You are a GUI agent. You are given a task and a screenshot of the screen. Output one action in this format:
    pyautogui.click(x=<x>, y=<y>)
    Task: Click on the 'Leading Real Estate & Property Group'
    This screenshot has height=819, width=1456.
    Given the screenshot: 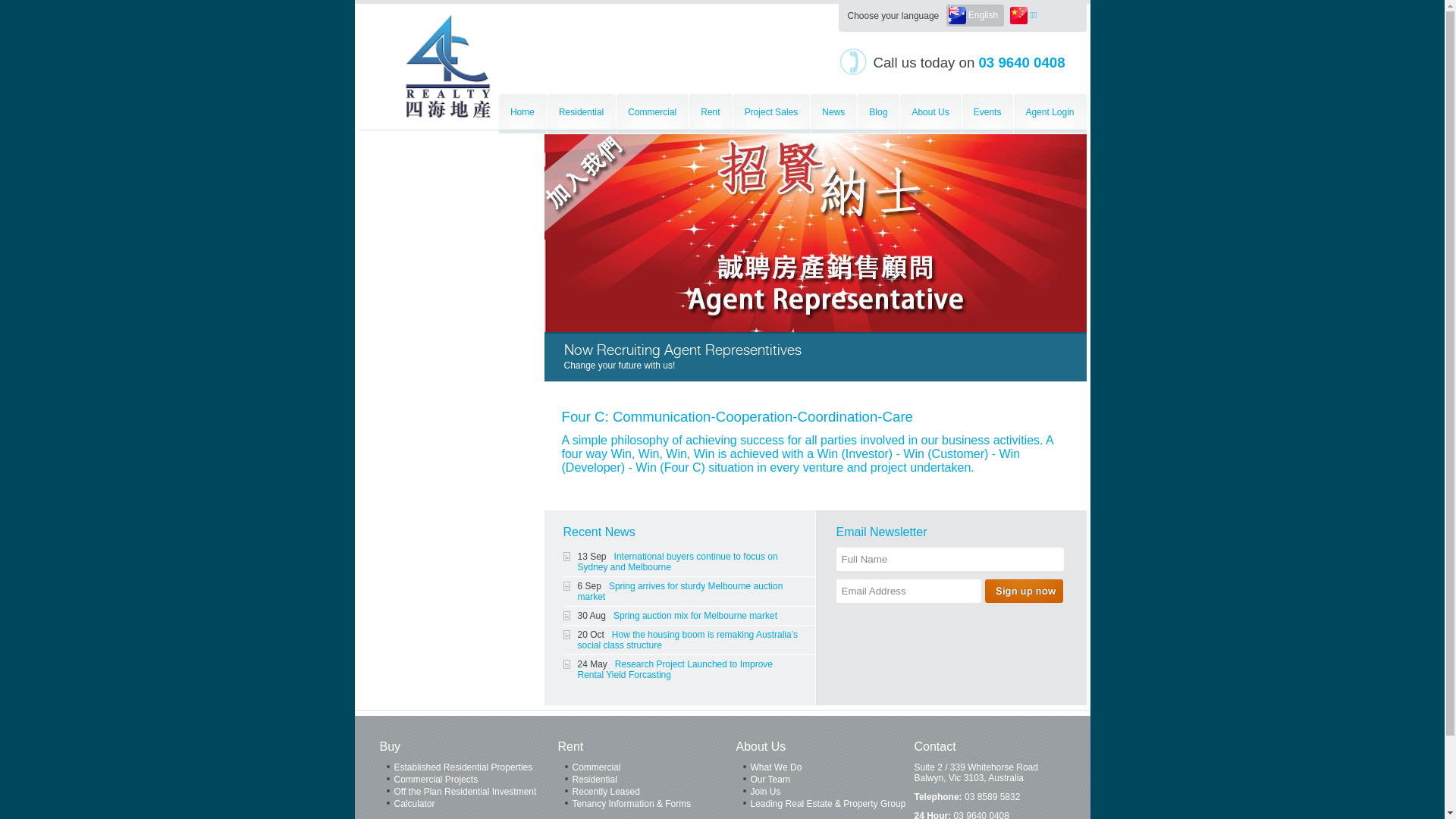 What is the action you would take?
    pyautogui.click(x=824, y=803)
    